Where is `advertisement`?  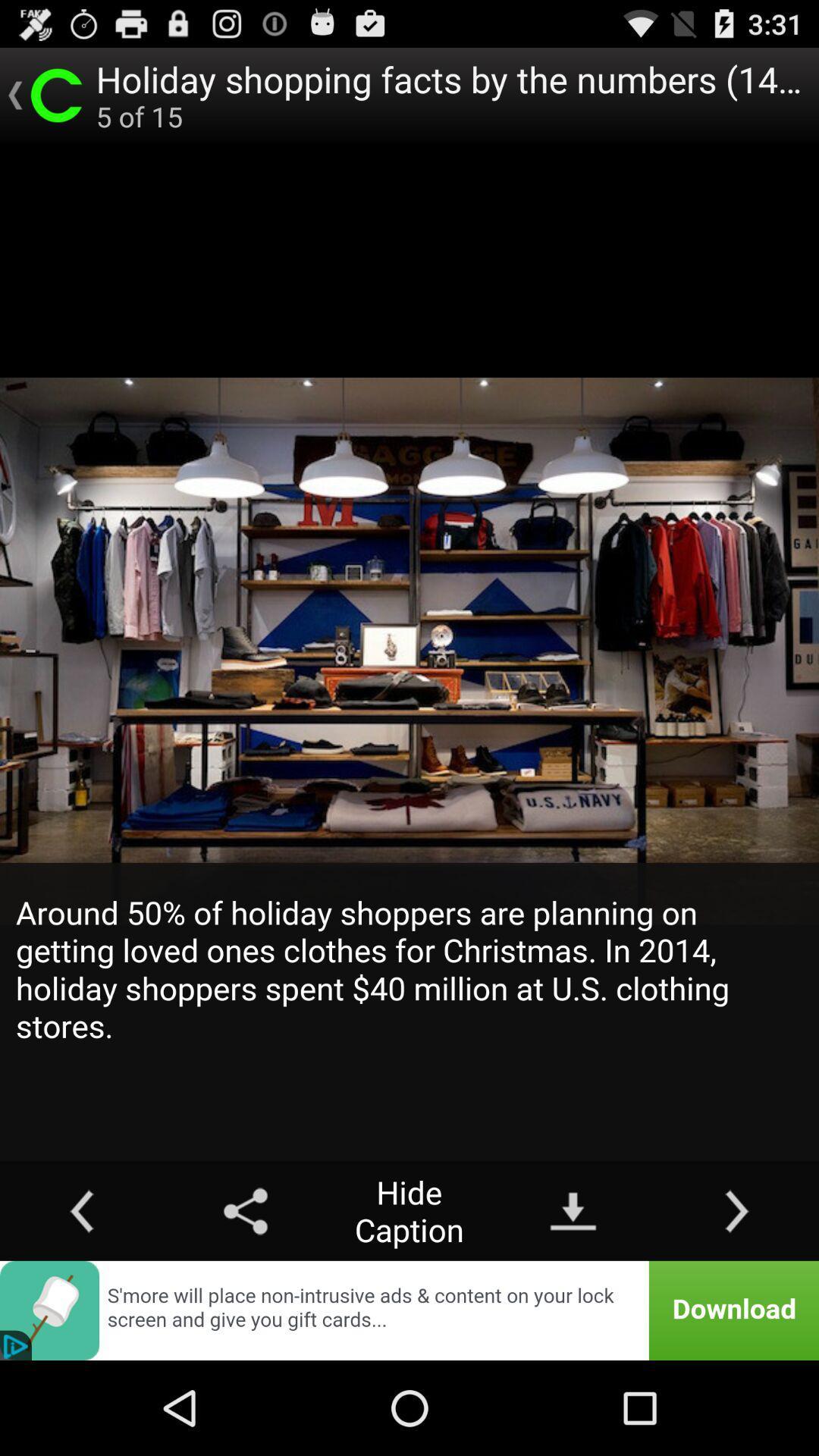 advertisement is located at coordinates (409, 1310).